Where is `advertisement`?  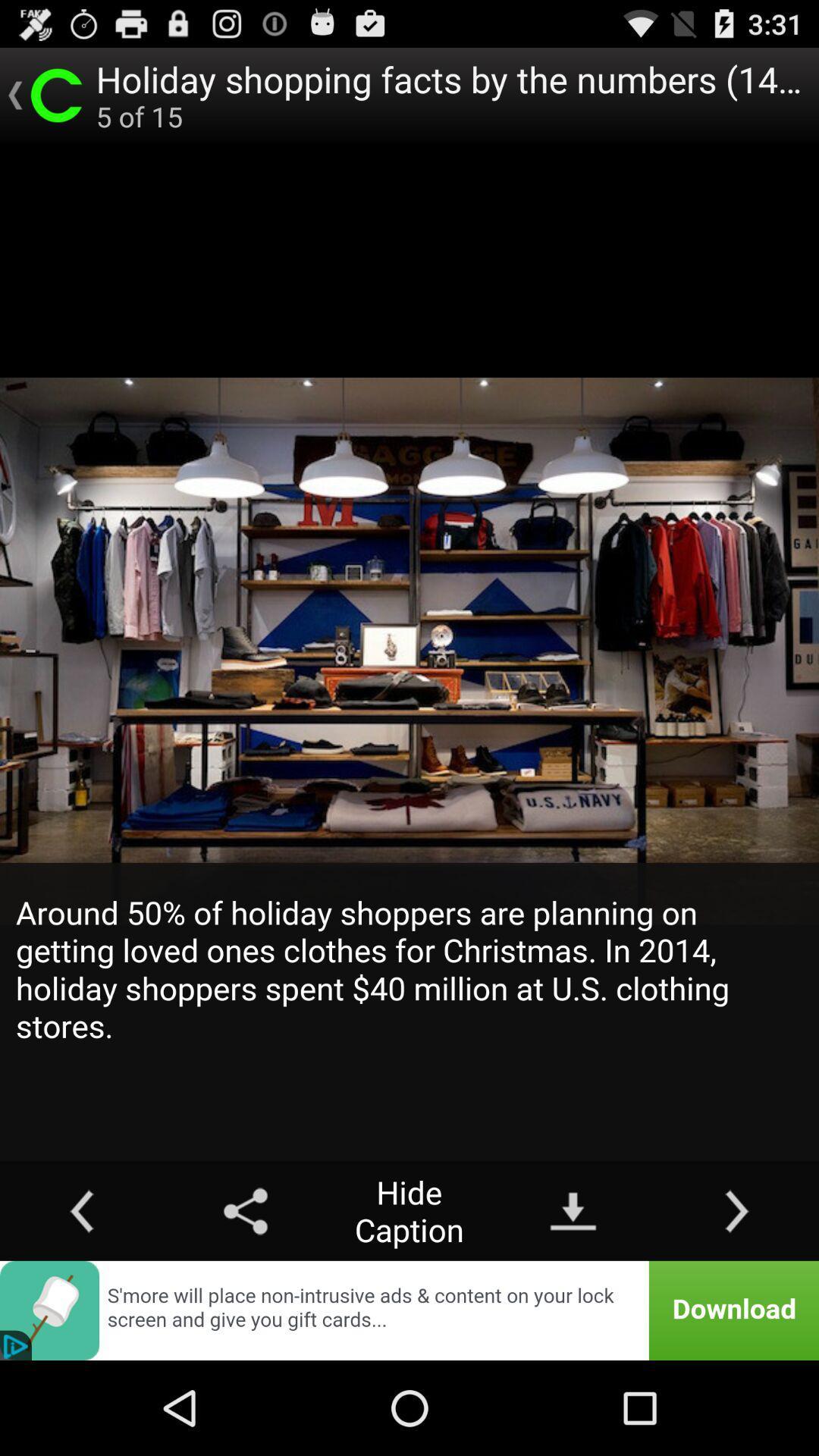 advertisement is located at coordinates (409, 1310).